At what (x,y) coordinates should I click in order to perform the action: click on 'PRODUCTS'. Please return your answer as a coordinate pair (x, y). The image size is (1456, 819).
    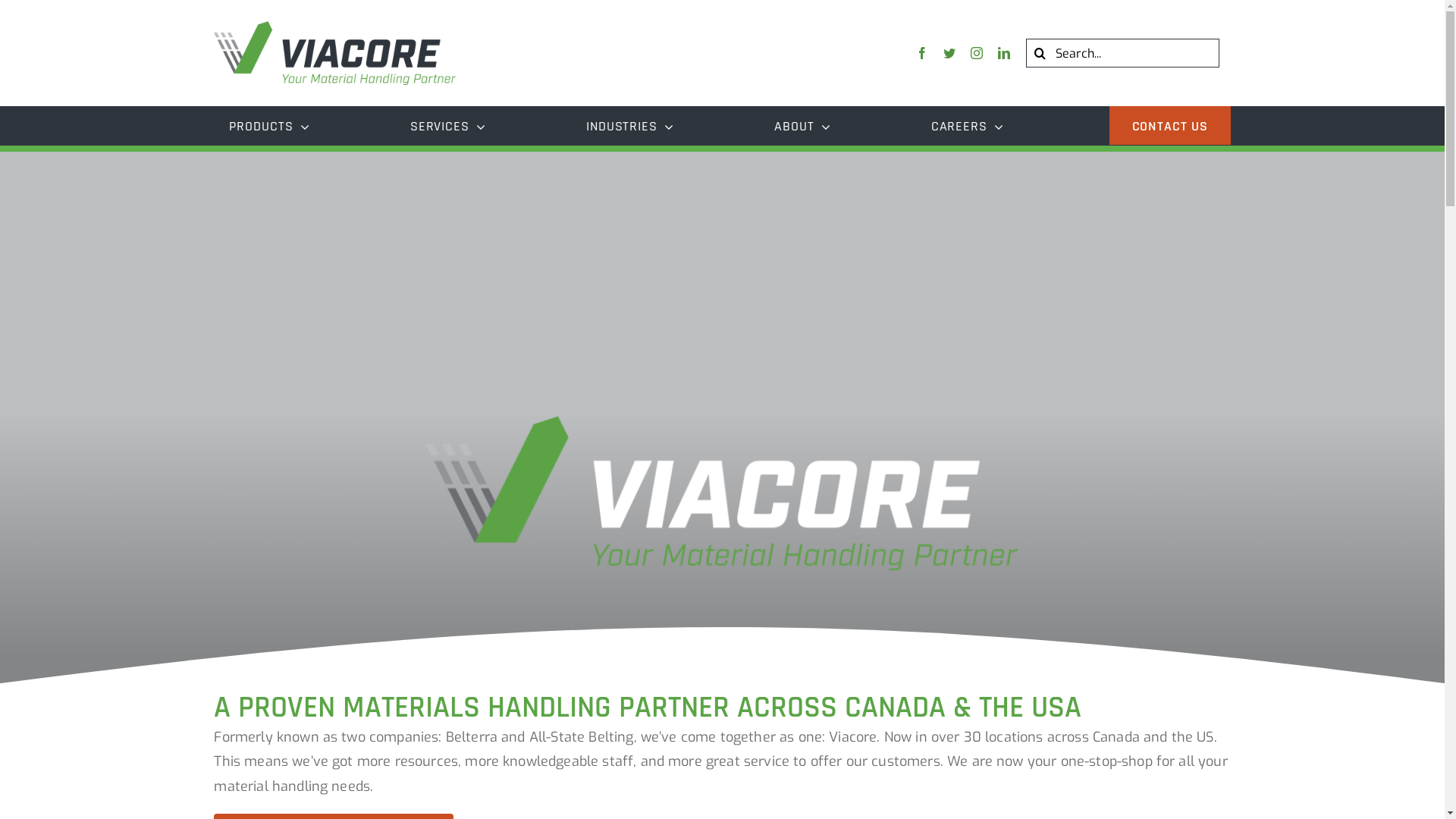
    Looking at the image, I should click on (269, 124).